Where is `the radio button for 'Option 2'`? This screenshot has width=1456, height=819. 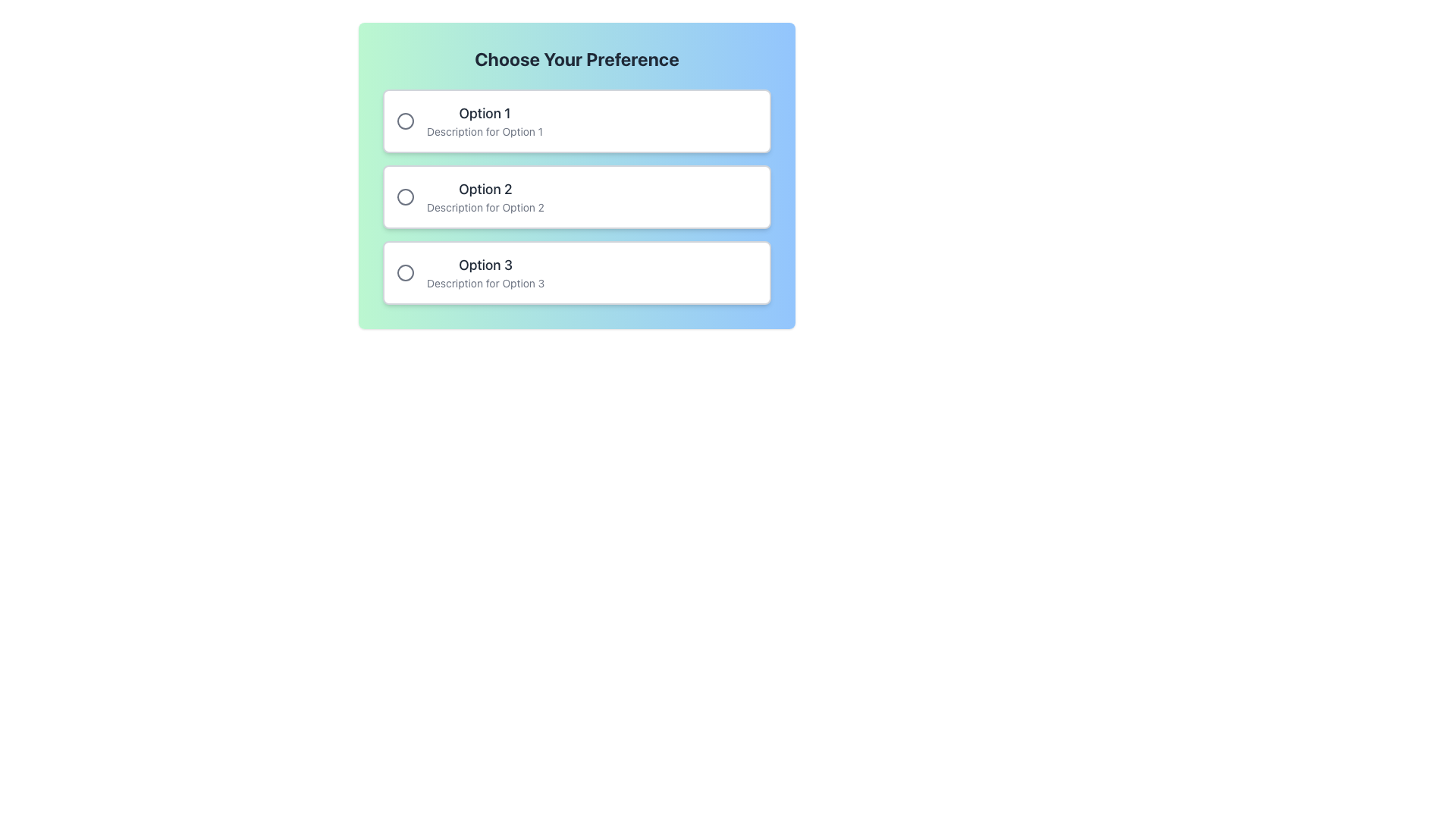 the radio button for 'Option 2' is located at coordinates (405, 196).